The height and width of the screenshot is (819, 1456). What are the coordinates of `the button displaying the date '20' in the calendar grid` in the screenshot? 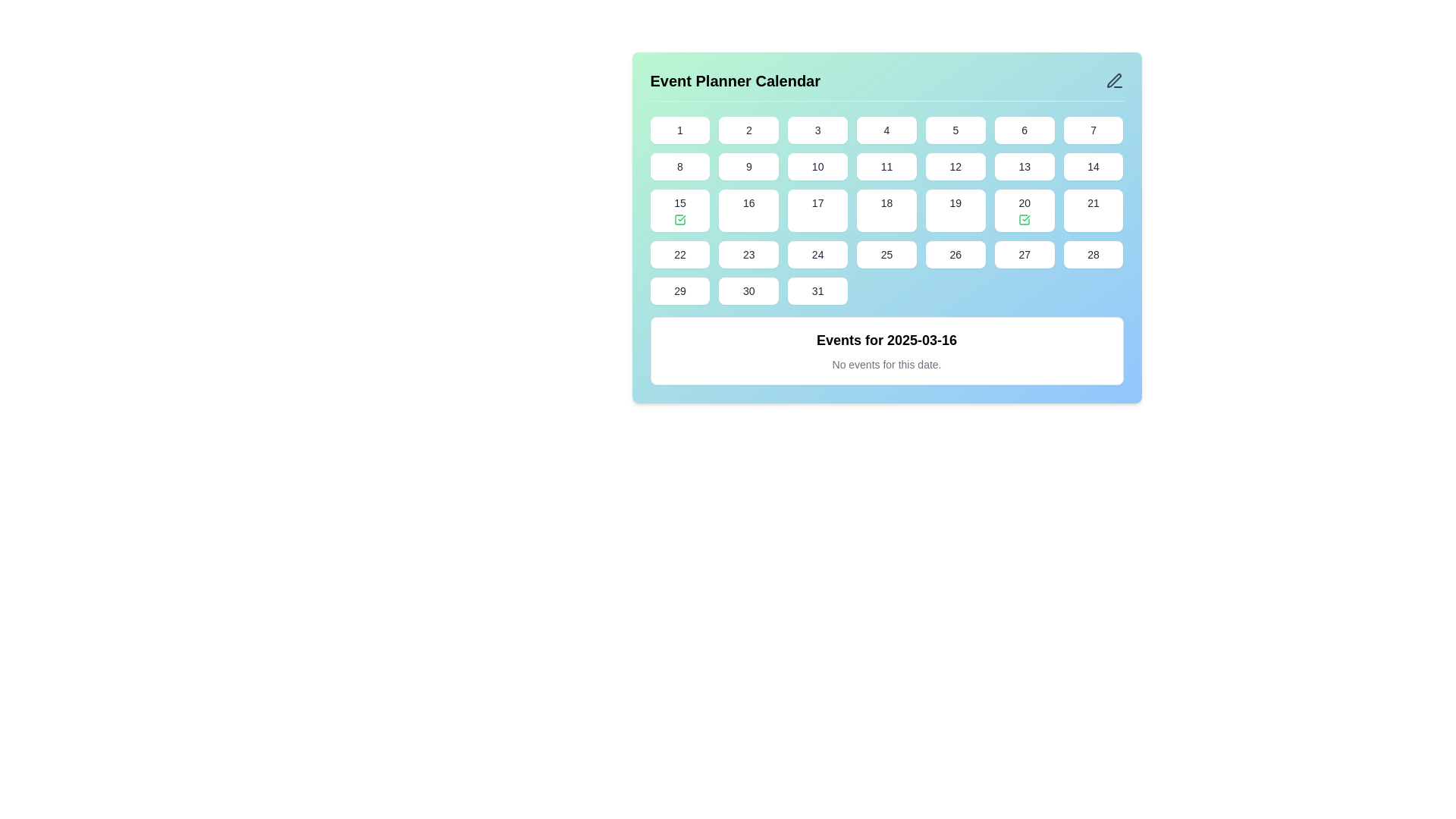 It's located at (1025, 210).